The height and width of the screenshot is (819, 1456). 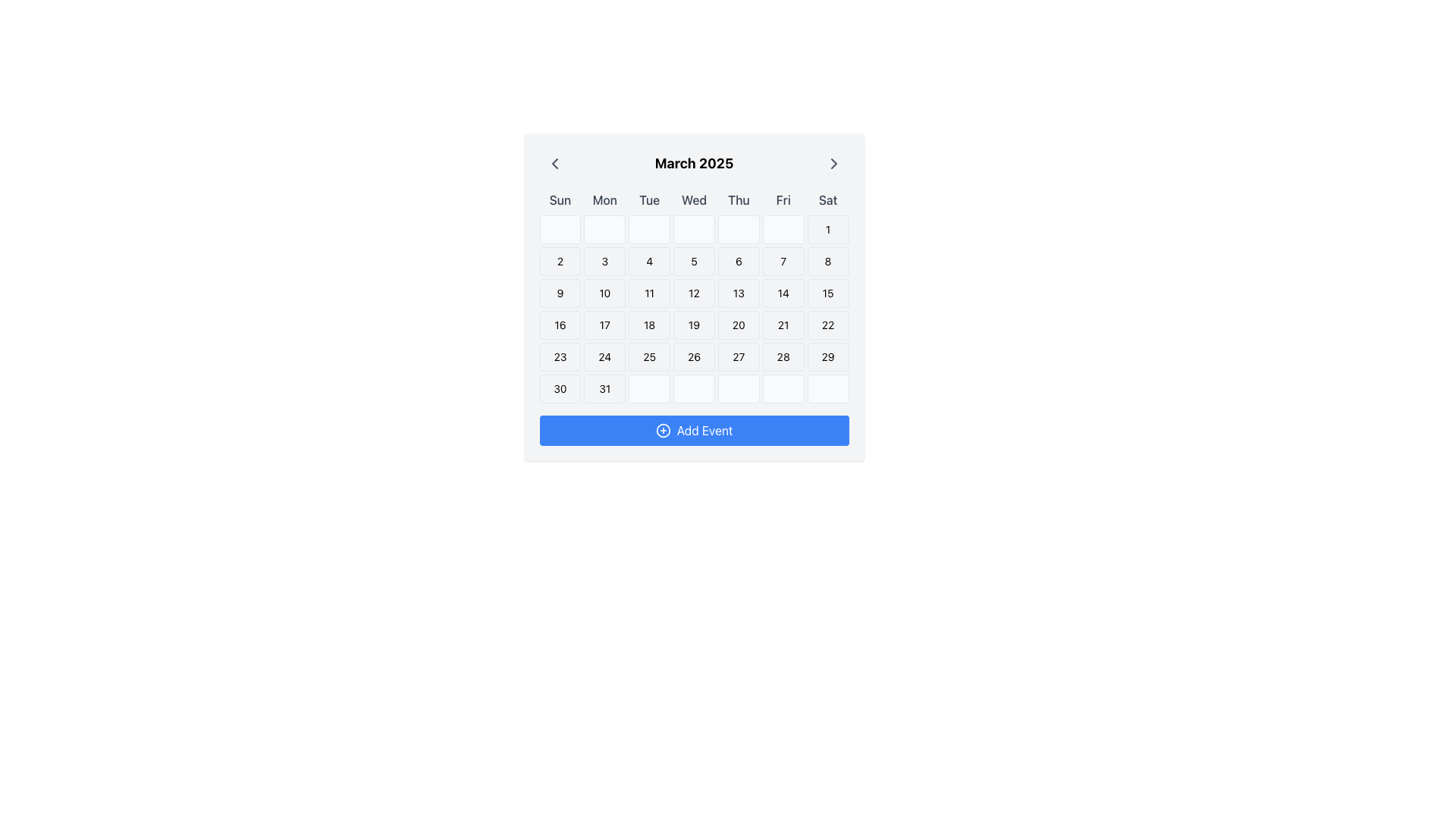 I want to click on the left-facing chevron button, which is a minimalistic black outline within a circular button, located in the top-left portion of the calendar interface, so click(x=554, y=164).